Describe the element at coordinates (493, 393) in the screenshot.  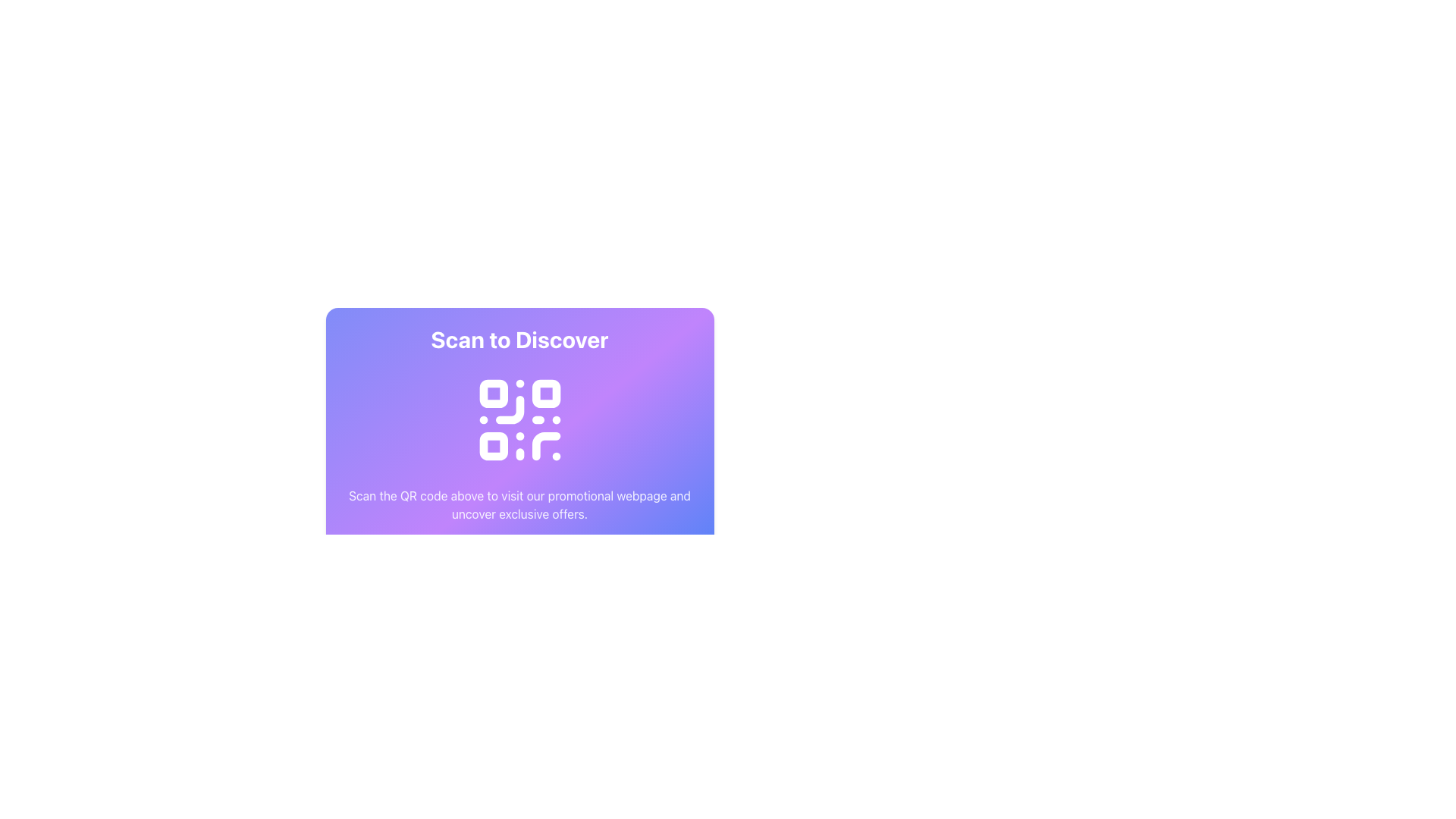
I see `the first square in the top-left corner of the QR code SVG, which has rounded corners and is part of the encoded graphical data structure` at that location.